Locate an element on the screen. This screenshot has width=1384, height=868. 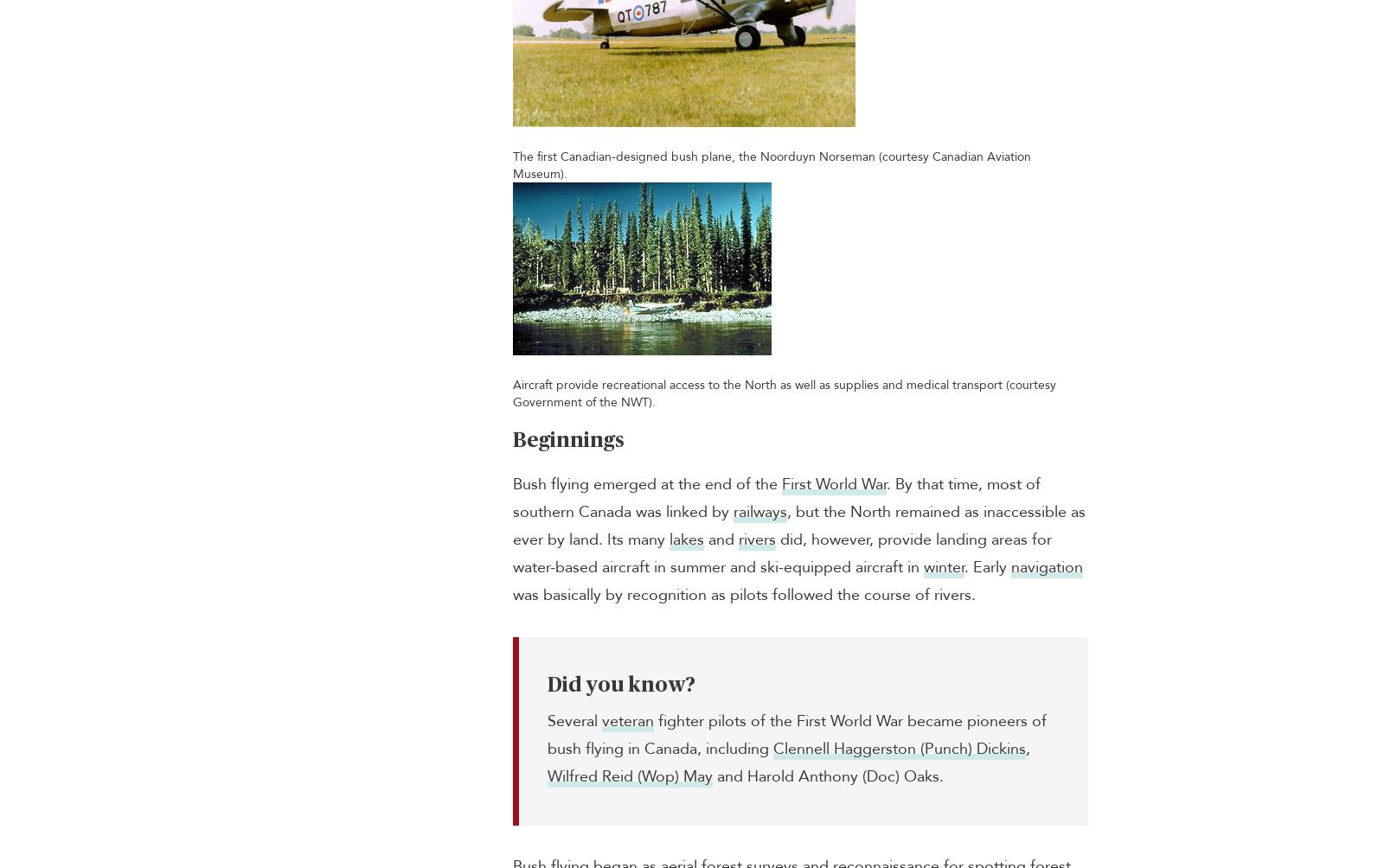
'Carlyle Clare Agar' is located at coordinates (354, 307).